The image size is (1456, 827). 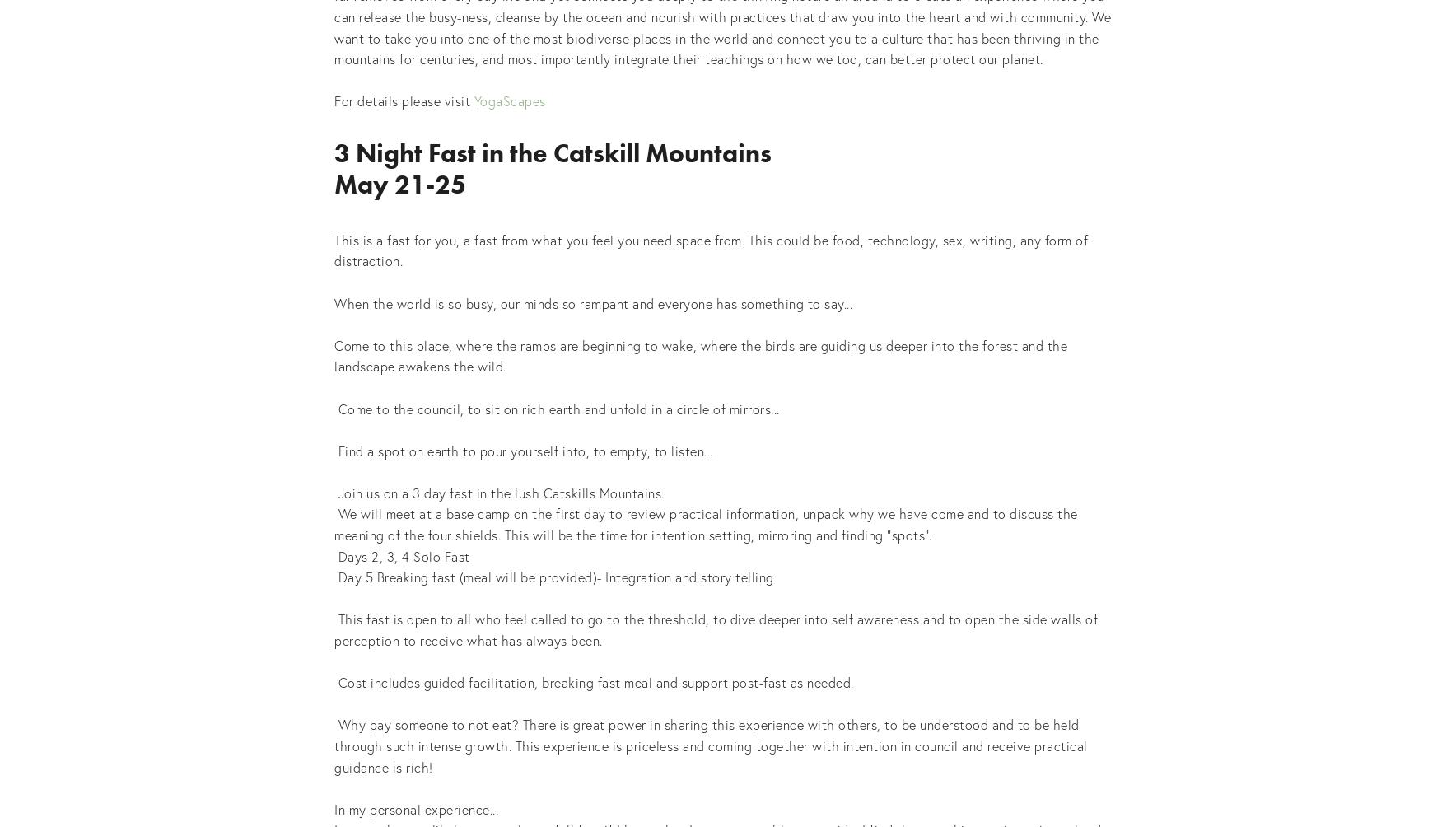 What do you see at coordinates (707, 523) in the screenshot?
I see `'We will meet at a base camp on the first day to review practical information, unpack why we have come and to discuss the meaning of the four shields. This will be the time for intention setting, mirroring and finding "spots".'` at bounding box center [707, 523].